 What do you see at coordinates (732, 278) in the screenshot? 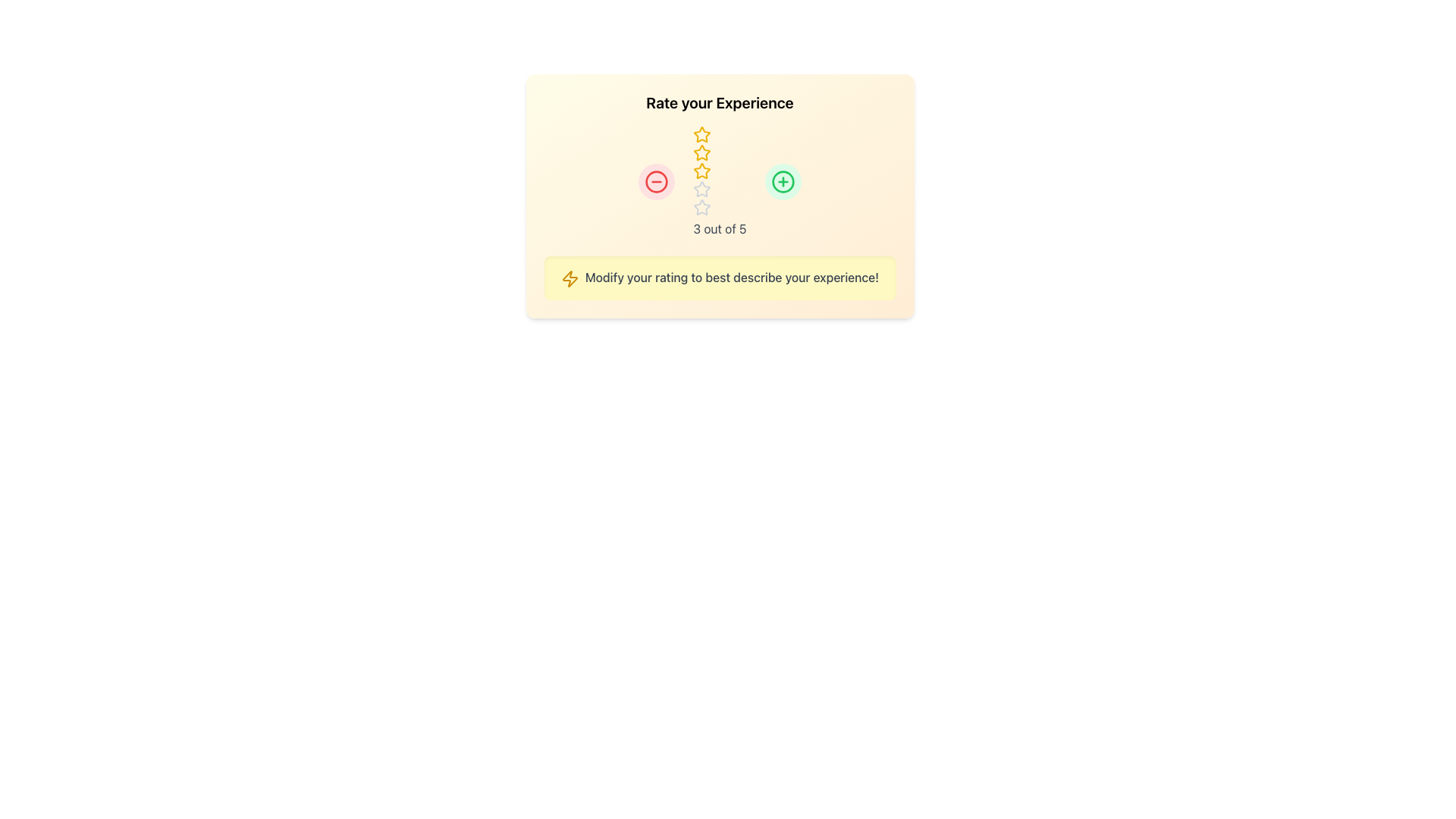
I see `the third text label that provides guidance for the rating adjustment process, positioned below a decorative icon and graphics` at bounding box center [732, 278].